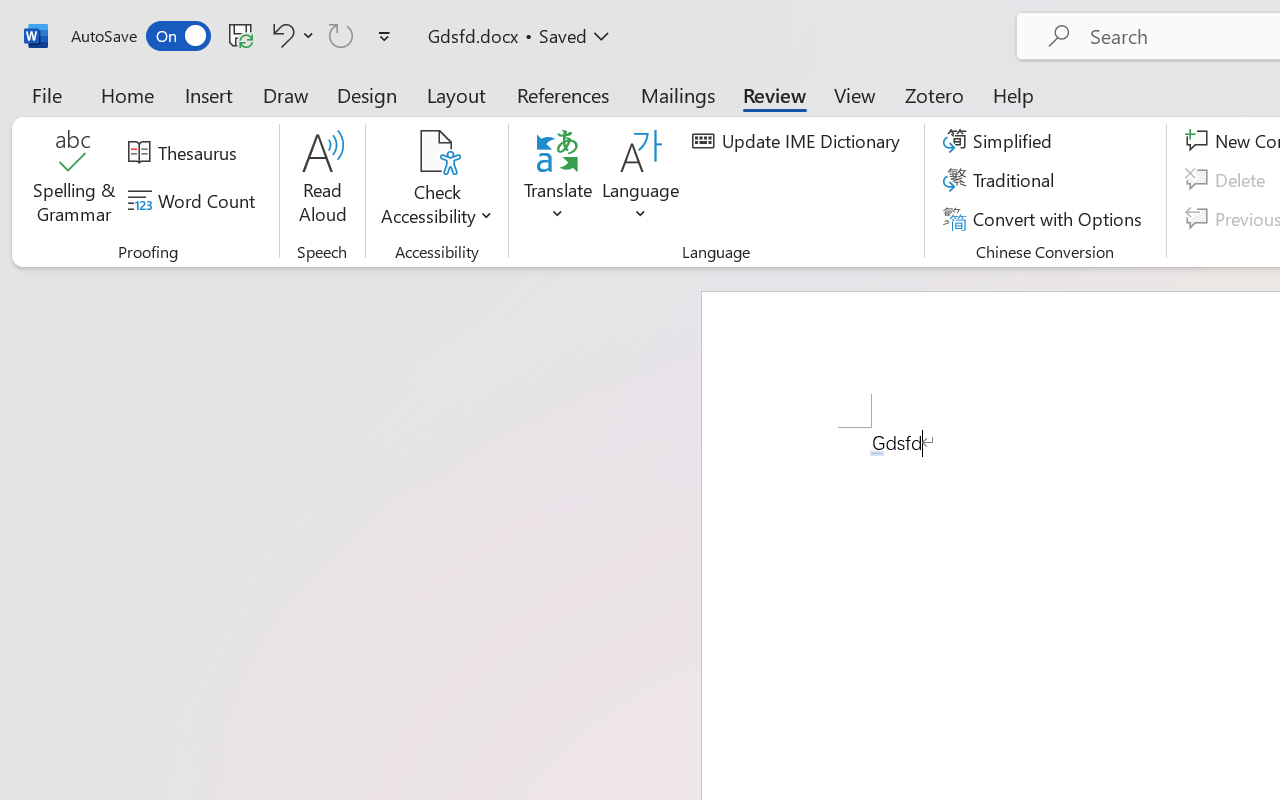  I want to click on 'Convert with Options...', so click(1044, 218).